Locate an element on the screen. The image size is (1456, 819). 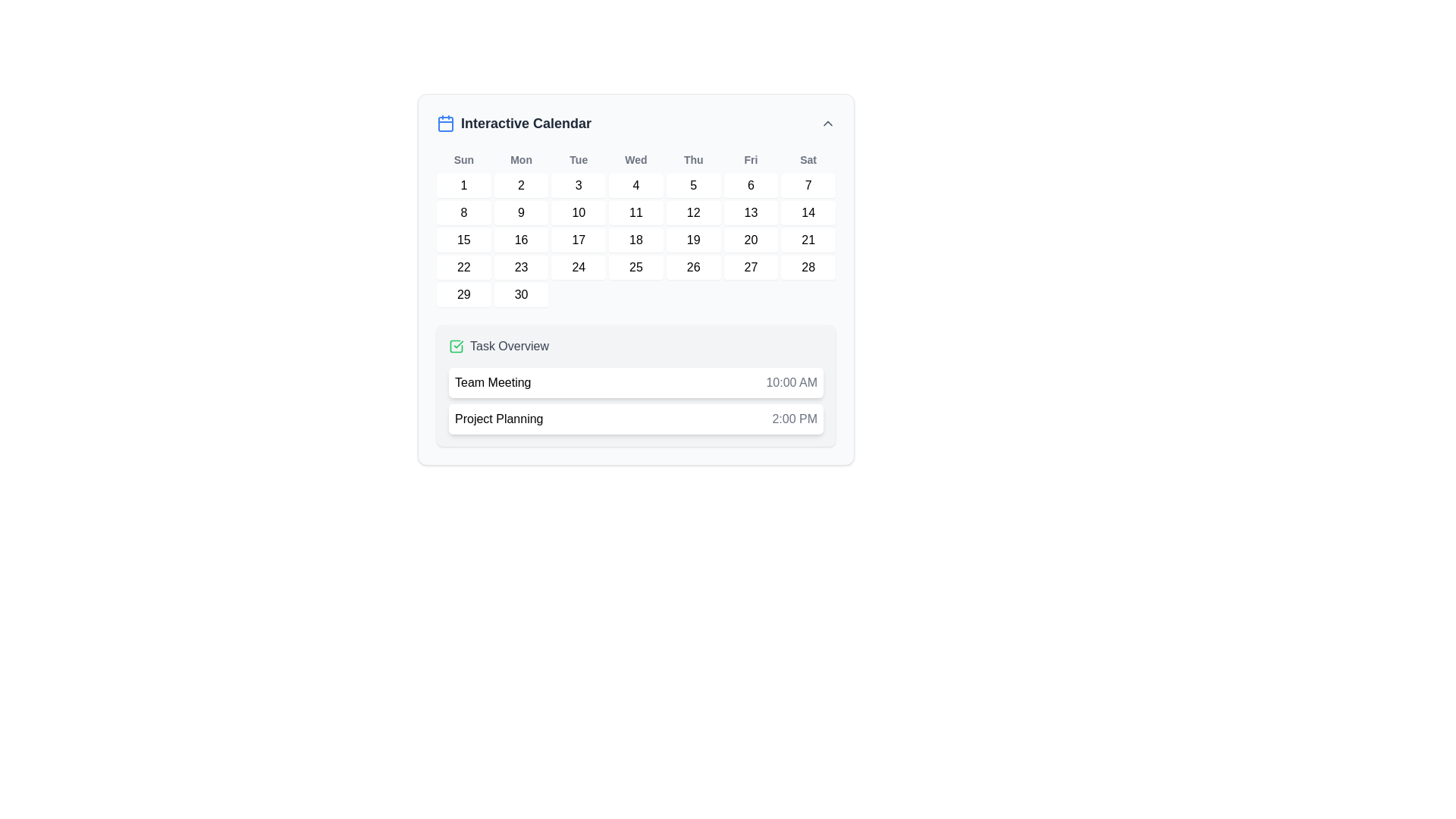
the button representing the day '14' in the calendar interface is located at coordinates (808, 213).